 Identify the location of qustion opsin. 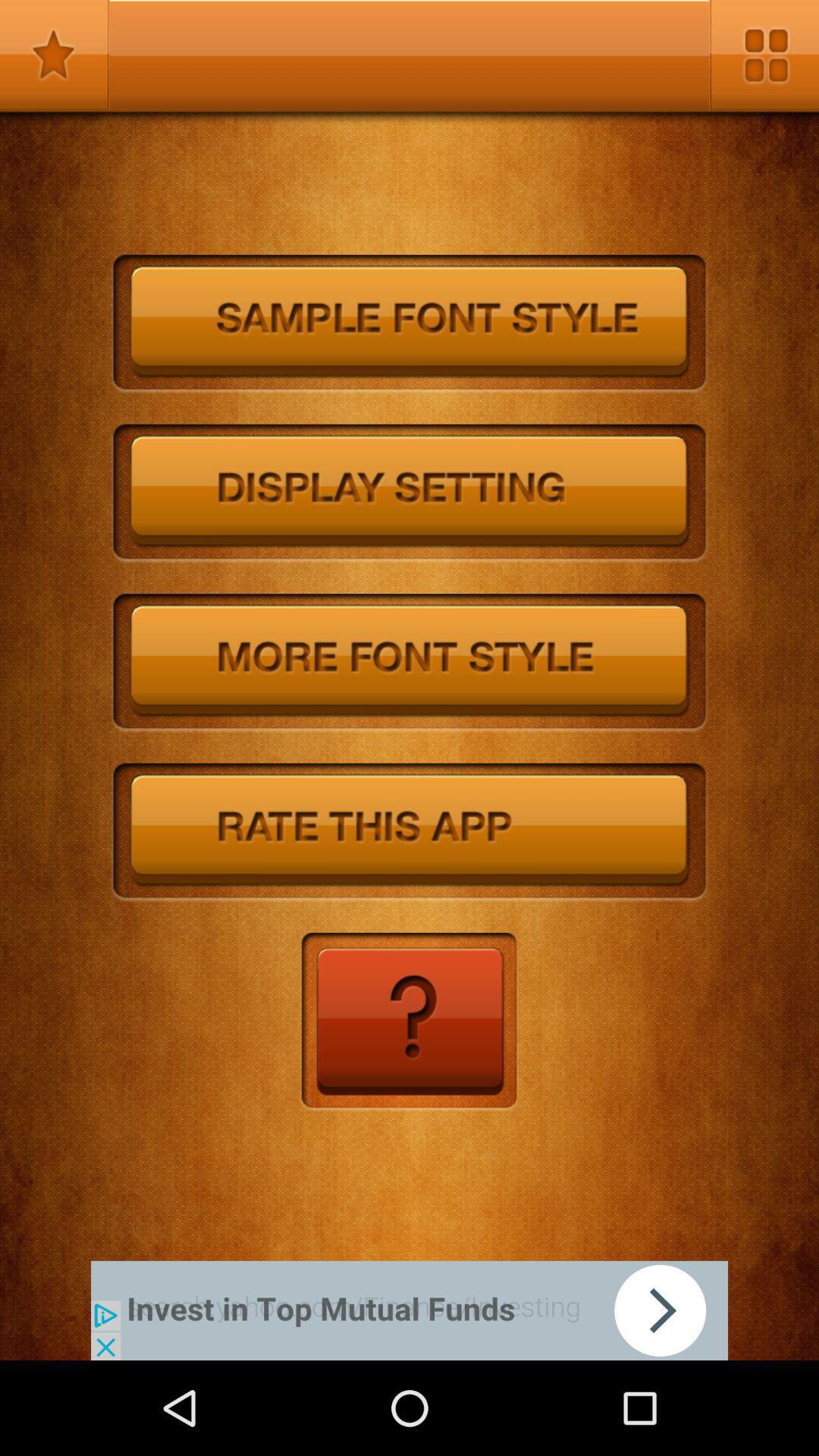
(408, 1022).